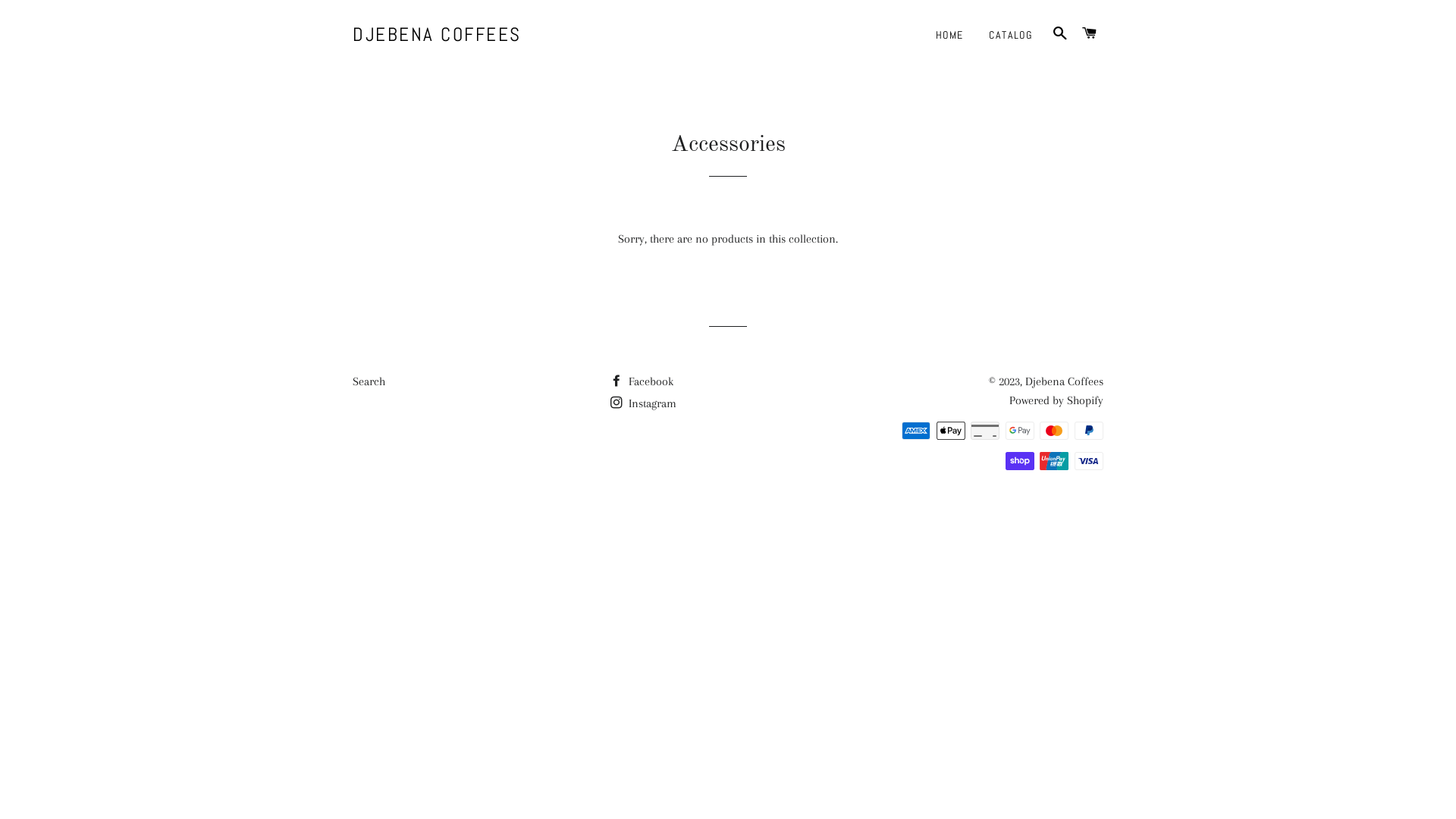  I want to click on 'Powered by Shopify', so click(1055, 400).